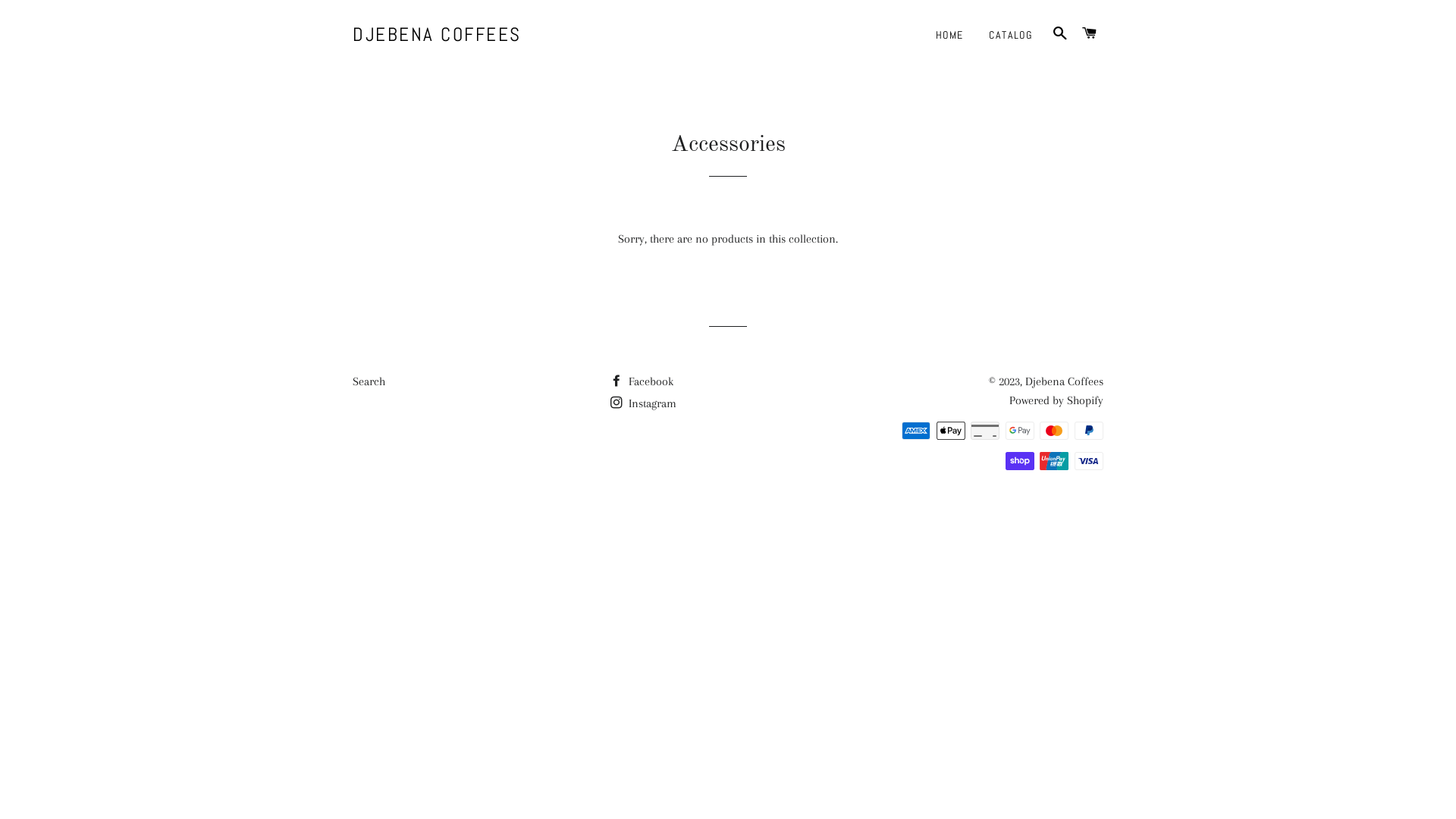  I want to click on 'Powered by Shopify', so click(1055, 400).